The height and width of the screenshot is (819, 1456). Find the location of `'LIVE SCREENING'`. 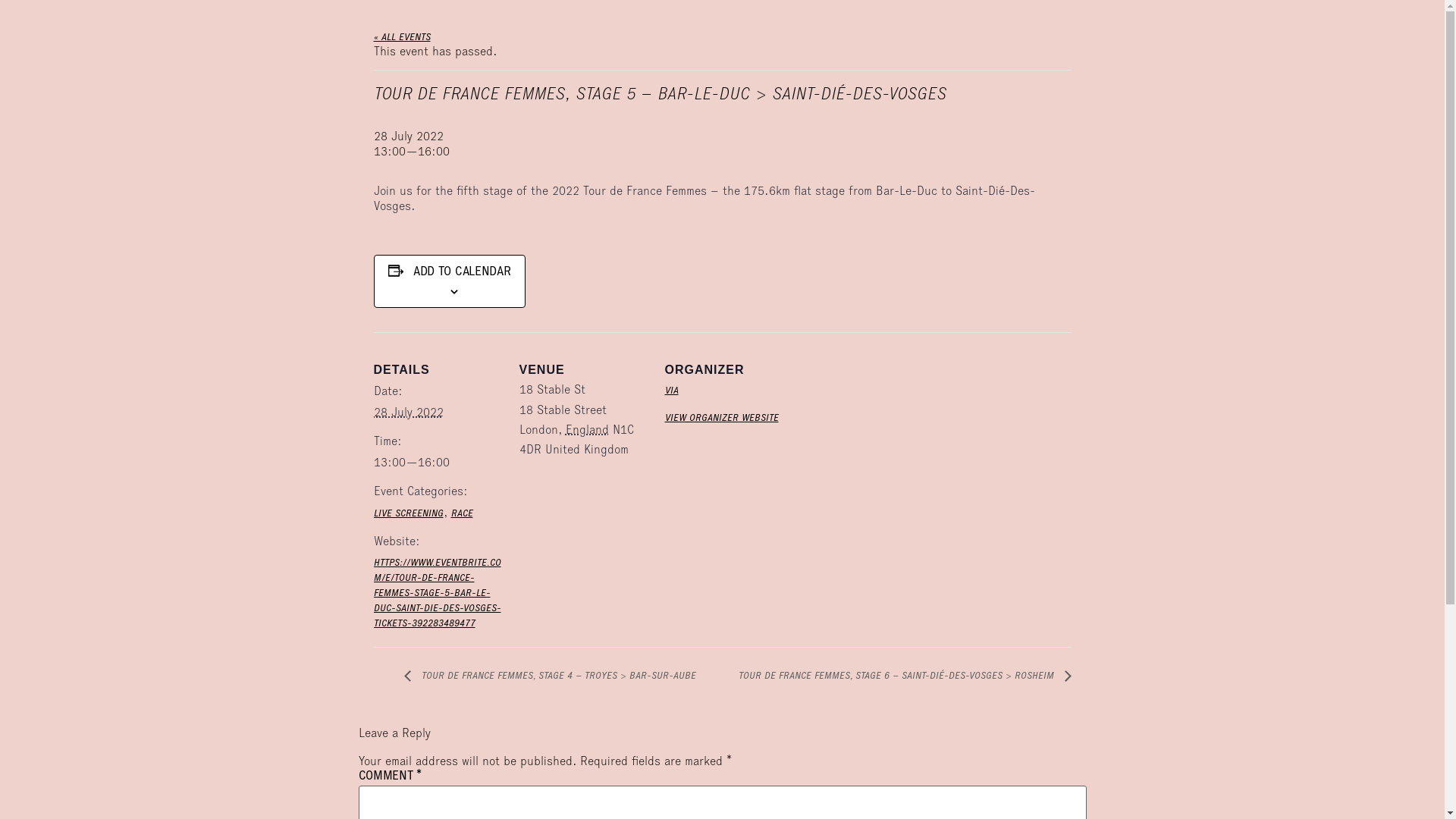

'LIVE SCREENING' is located at coordinates (407, 513).